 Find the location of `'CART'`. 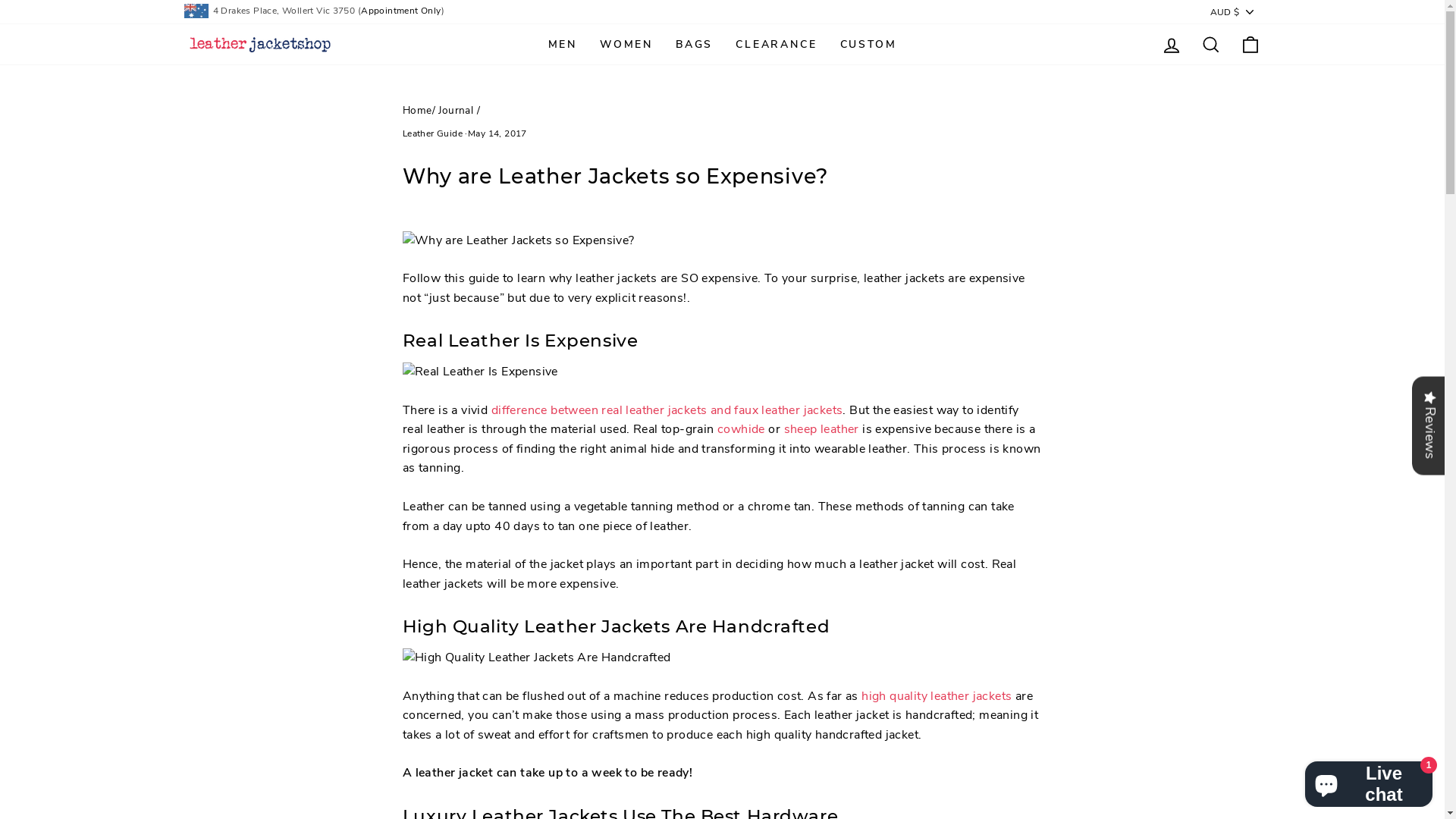

'CART' is located at coordinates (1249, 43).